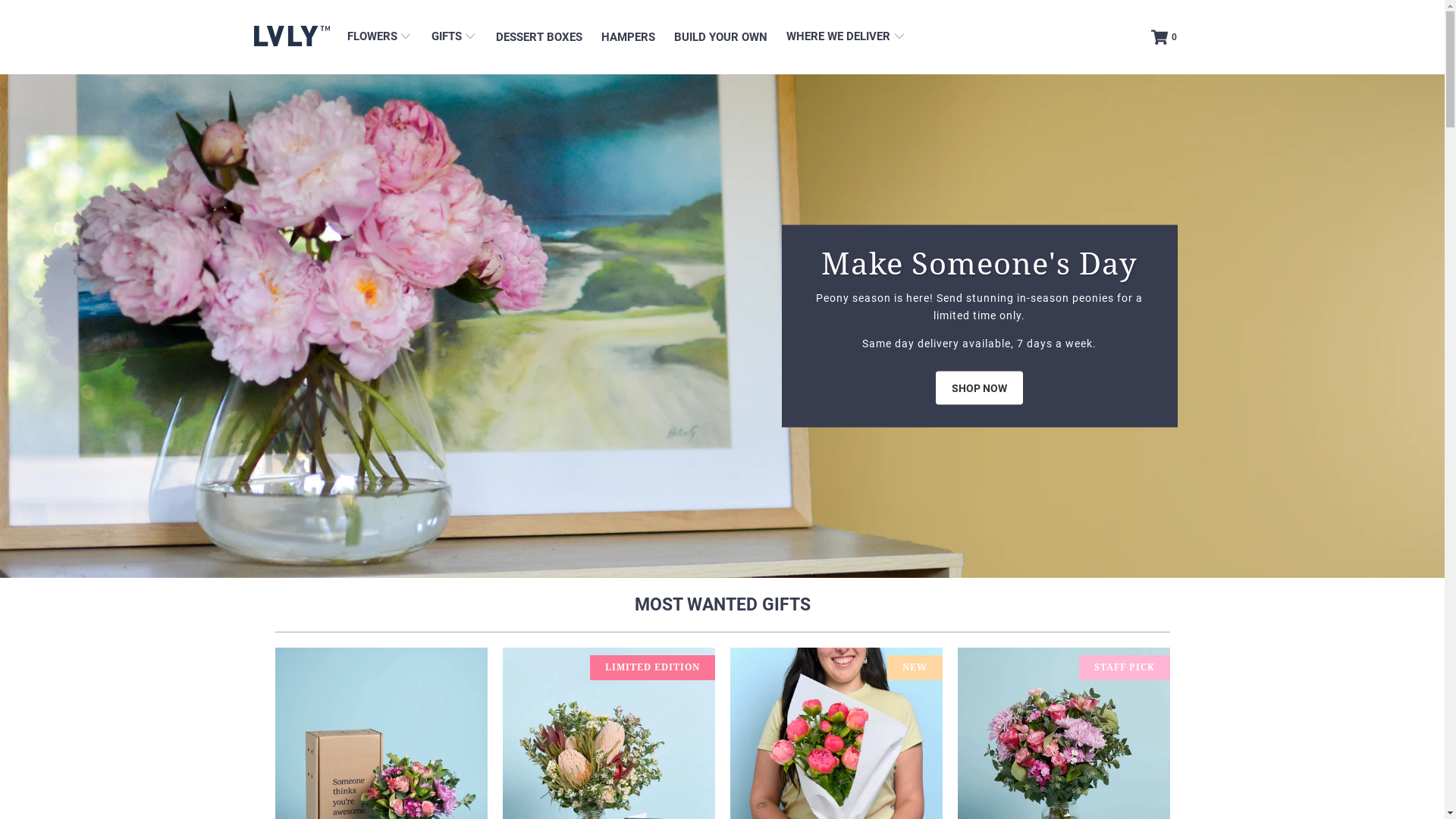  I want to click on 'BUILD YOUR OWN', so click(720, 36).